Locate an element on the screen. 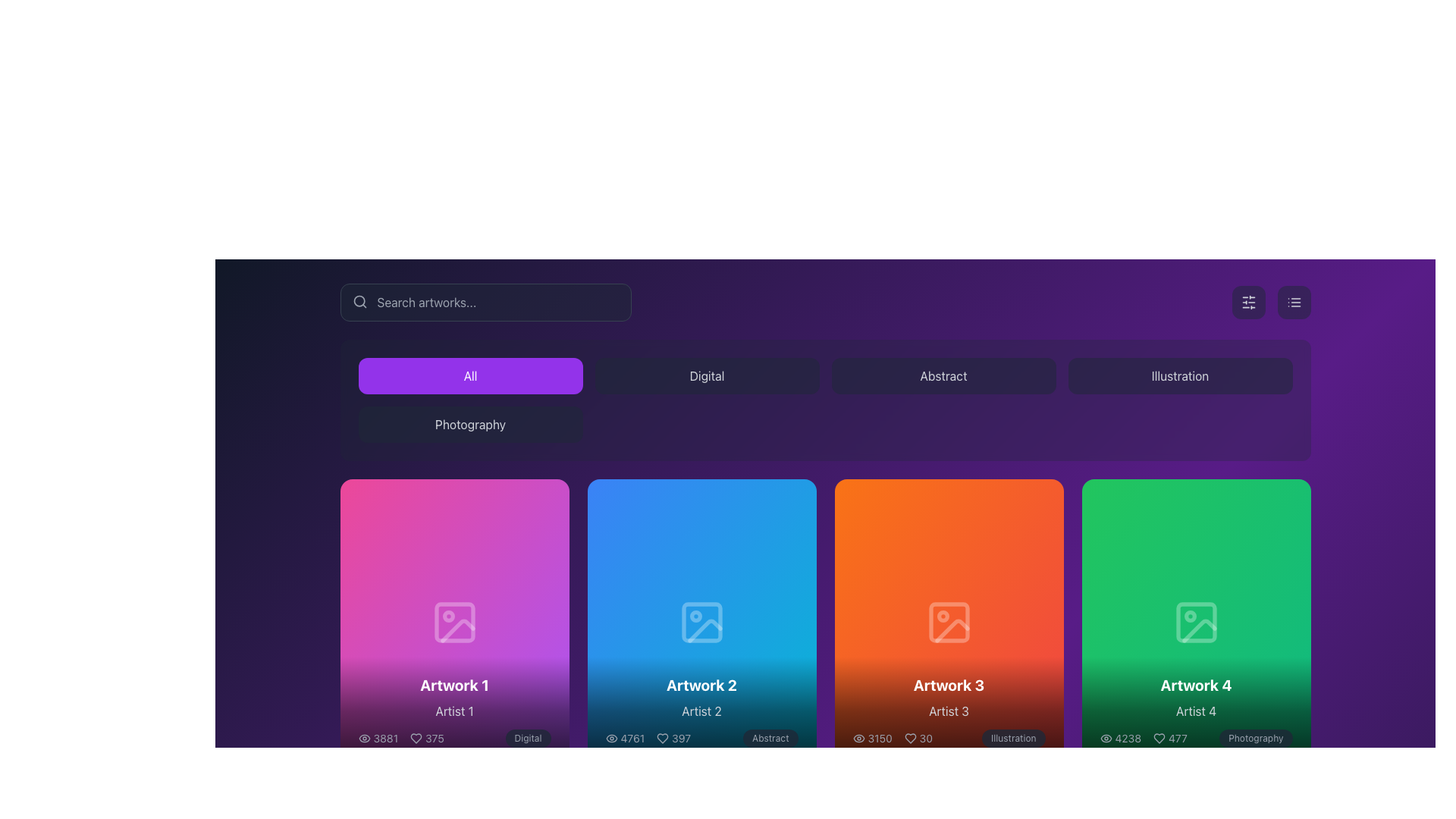 The height and width of the screenshot is (819, 1456). the Graphical Icon Component that is part of the Artwork 3 card, located in the third column of the artwork display section is located at coordinates (942, 616).